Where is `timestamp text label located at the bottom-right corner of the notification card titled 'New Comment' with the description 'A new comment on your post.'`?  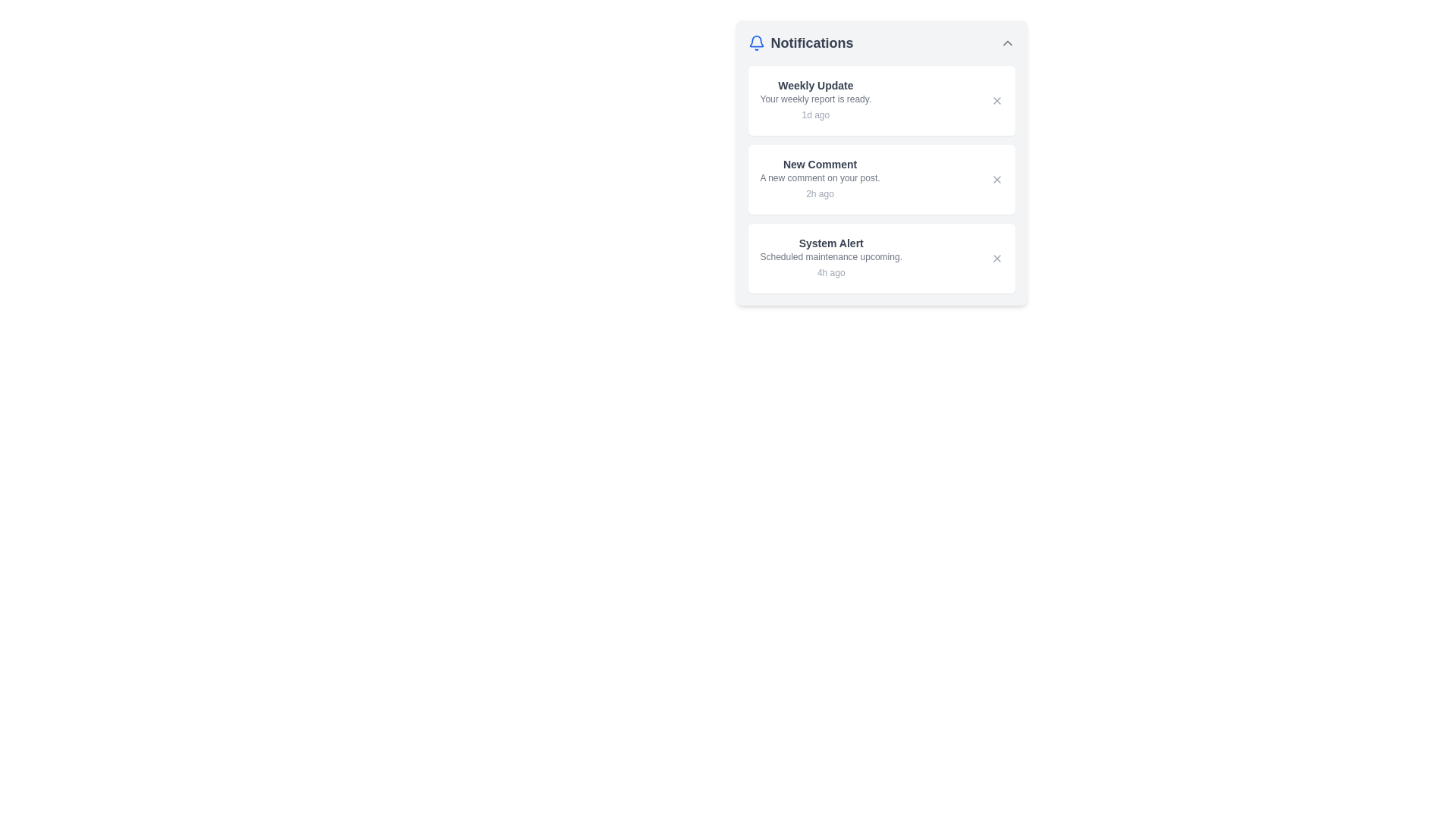
timestamp text label located at the bottom-right corner of the notification card titled 'New Comment' with the description 'A new comment on your post.' is located at coordinates (819, 193).